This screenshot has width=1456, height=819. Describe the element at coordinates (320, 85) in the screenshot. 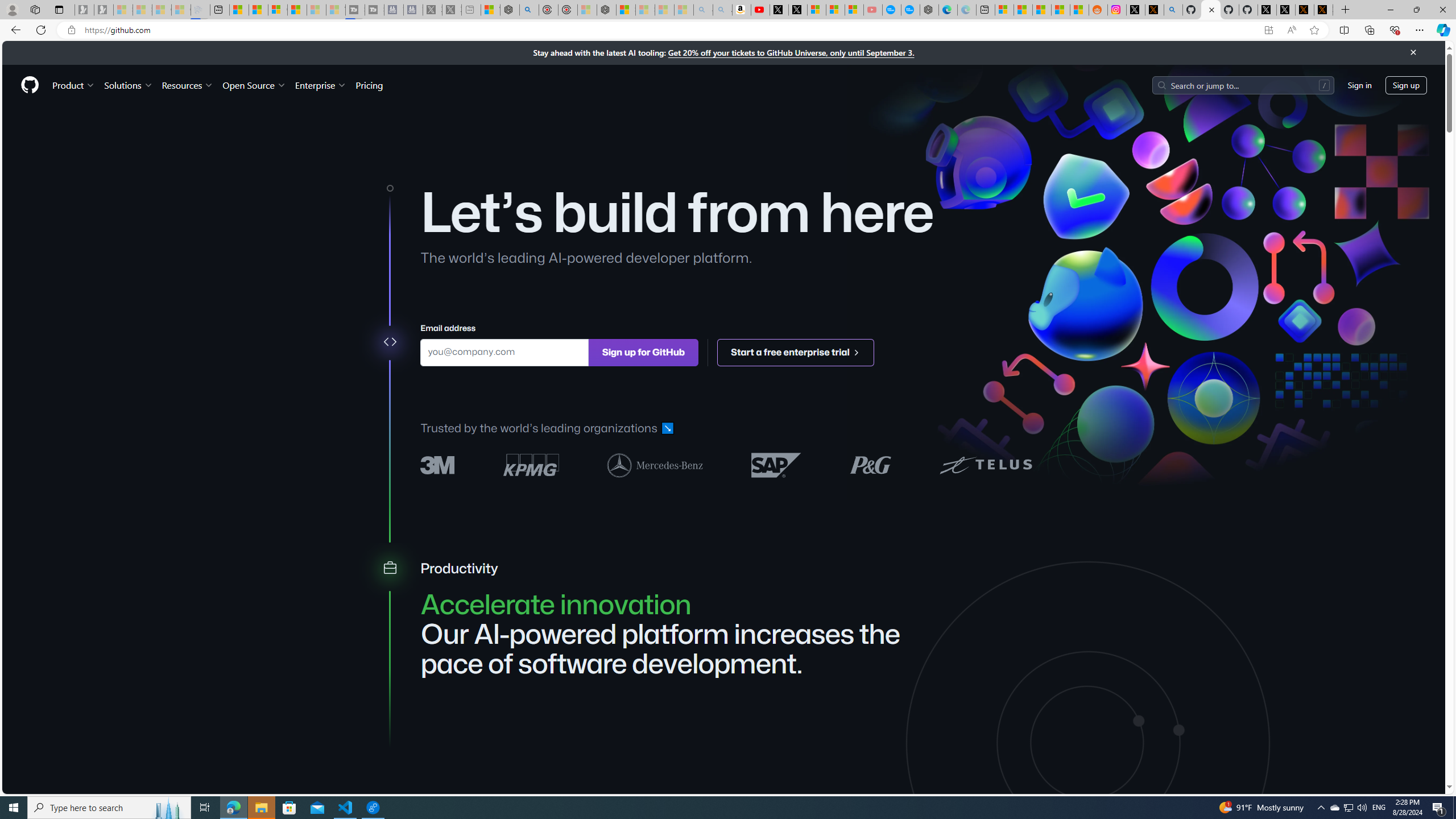

I see `'Enterprise'` at that location.